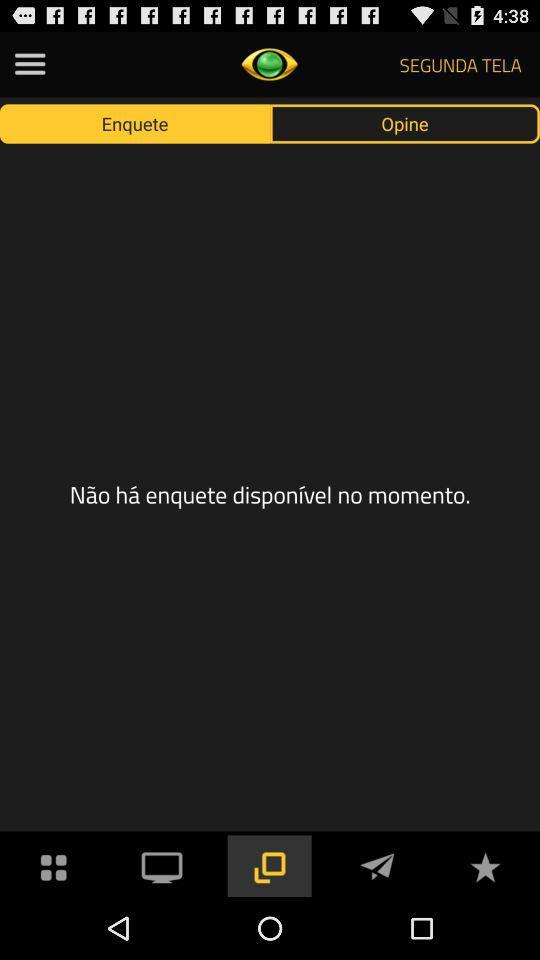  I want to click on the icon above the enquete, so click(29, 64).